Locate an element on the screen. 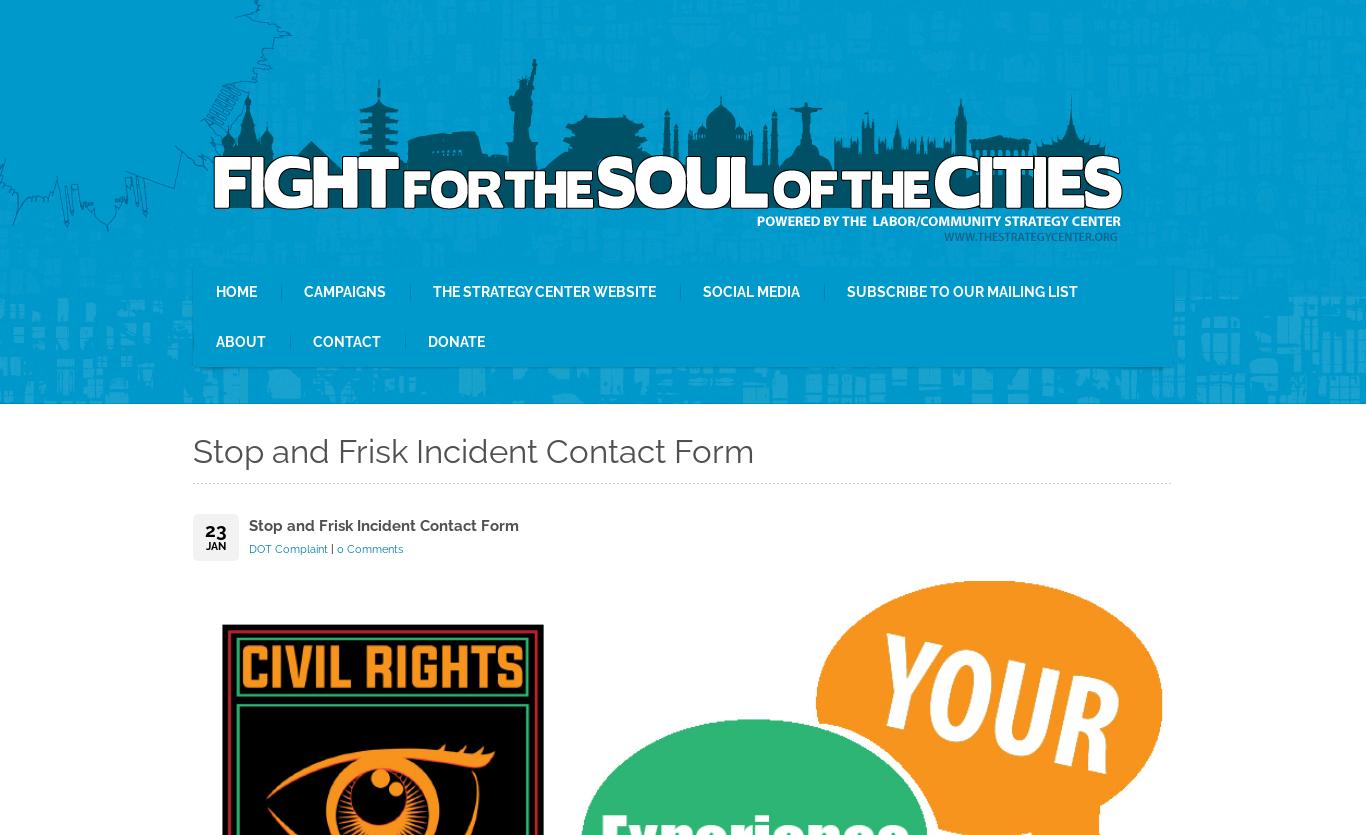 This screenshot has width=1366, height=835. 'Contact' is located at coordinates (345, 342).